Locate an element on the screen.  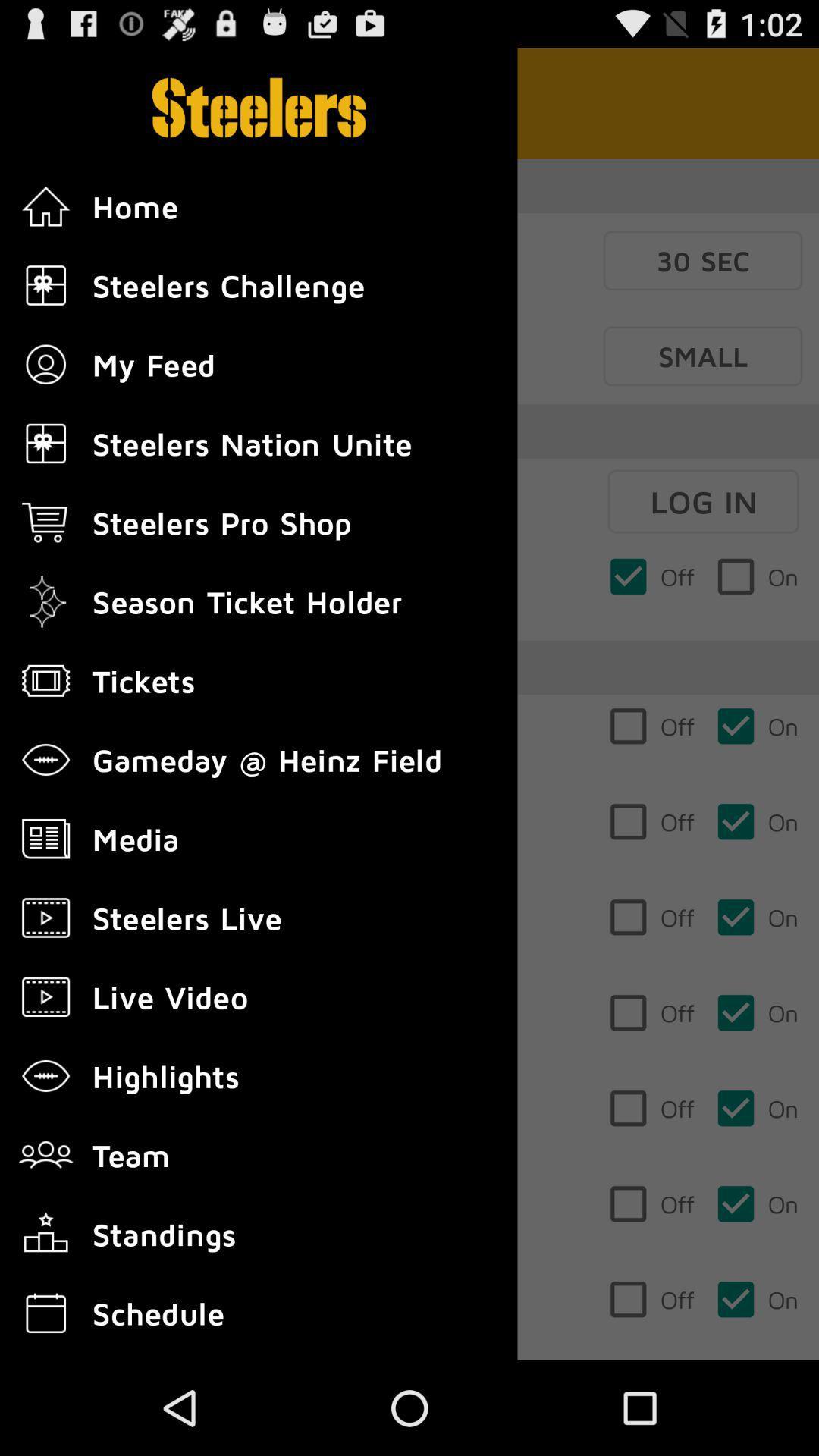
third checkbox of on below log in is located at coordinates (757, 821).